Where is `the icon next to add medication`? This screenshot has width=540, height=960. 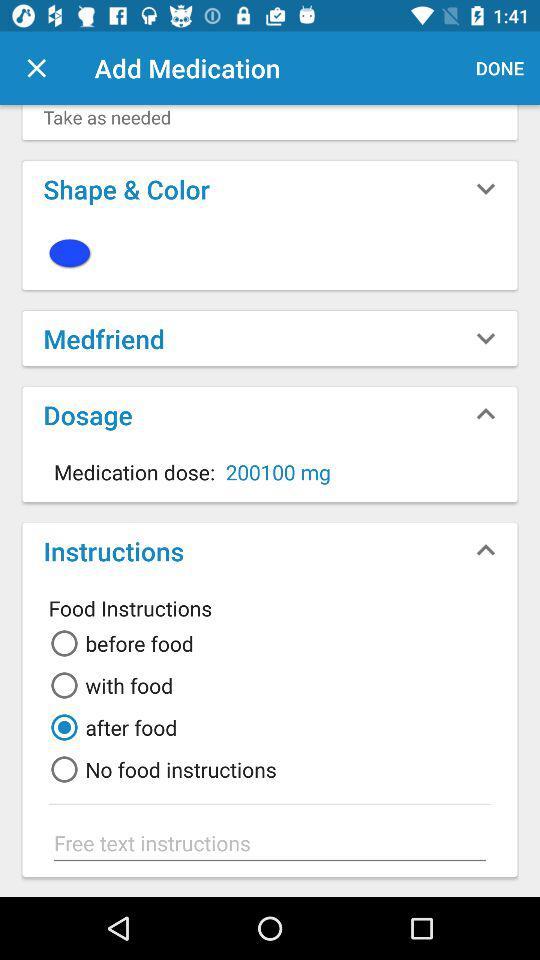 the icon next to add medication is located at coordinates (36, 68).